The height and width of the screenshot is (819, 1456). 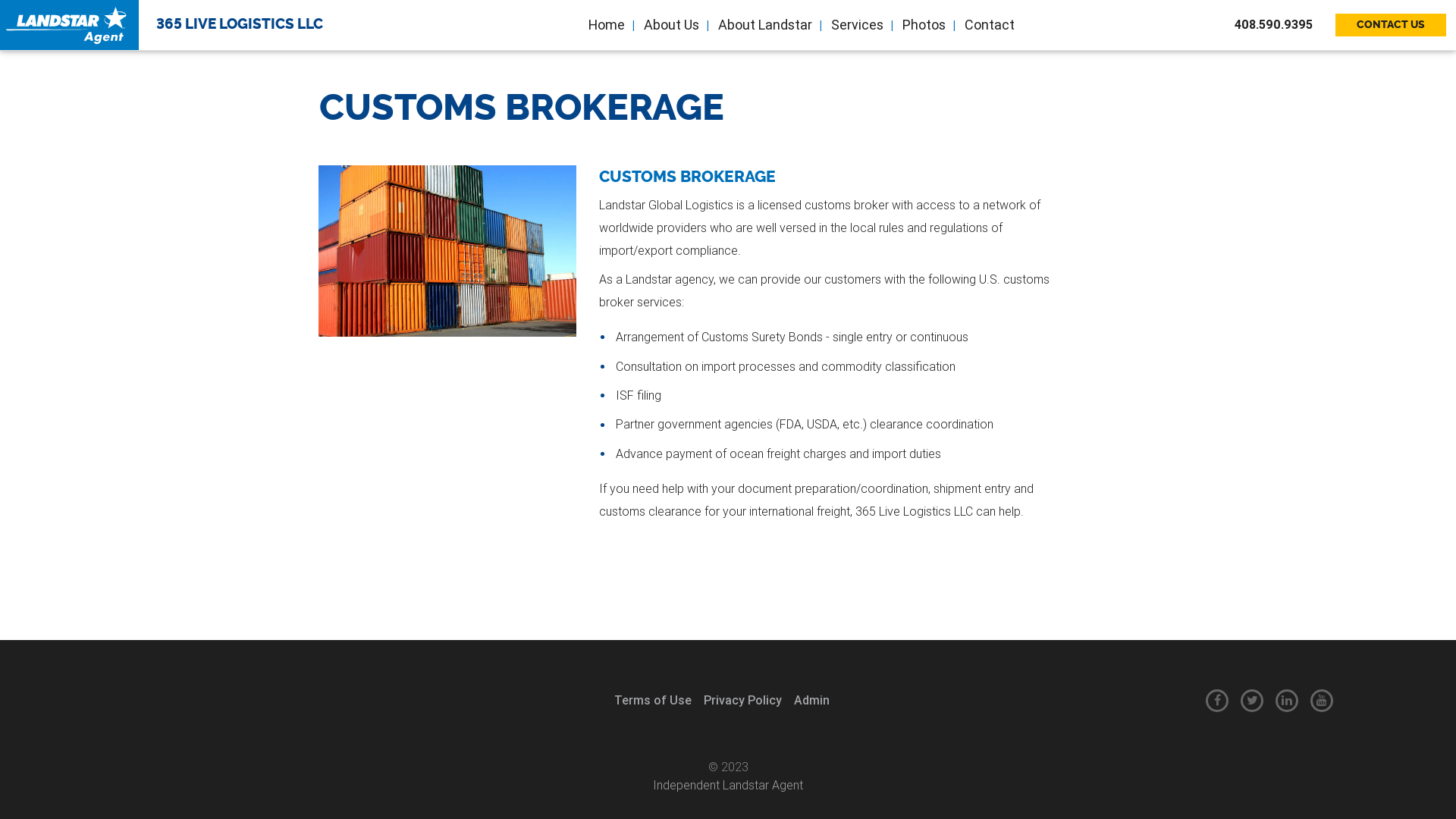 What do you see at coordinates (1216, 701) in the screenshot?
I see `'facebook'` at bounding box center [1216, 701].